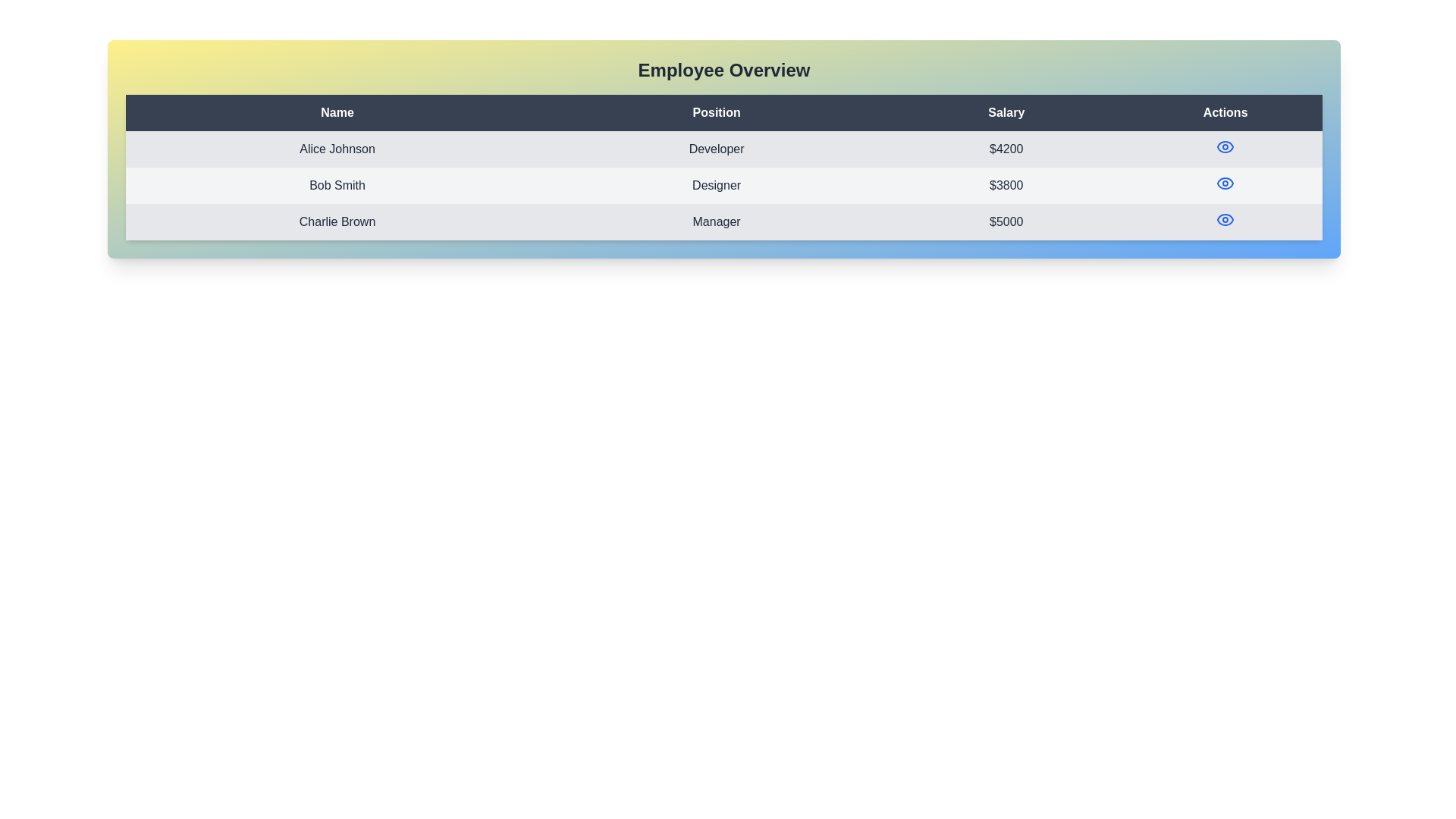  I want to click on text of the element labeled 'Manager' located in the second cell of the row corresponding to 'Charlie Brown' in the 'Position' column of the table, so click(716, 222).